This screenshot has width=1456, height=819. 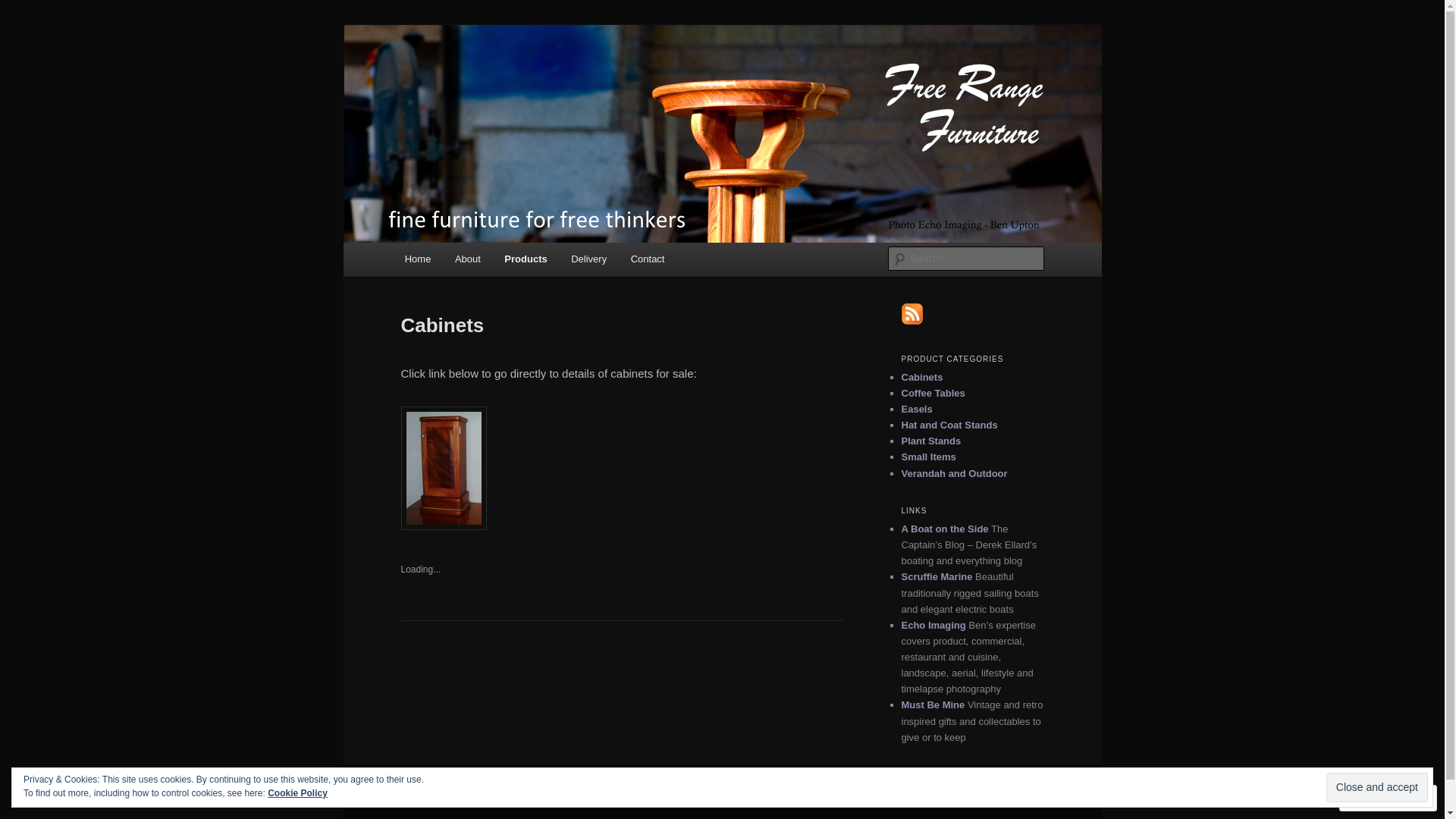 What do you see at coordinates (931, 392) in the screenshot?
I see `'Coffee Tables'` at bounding box center [931, 392].